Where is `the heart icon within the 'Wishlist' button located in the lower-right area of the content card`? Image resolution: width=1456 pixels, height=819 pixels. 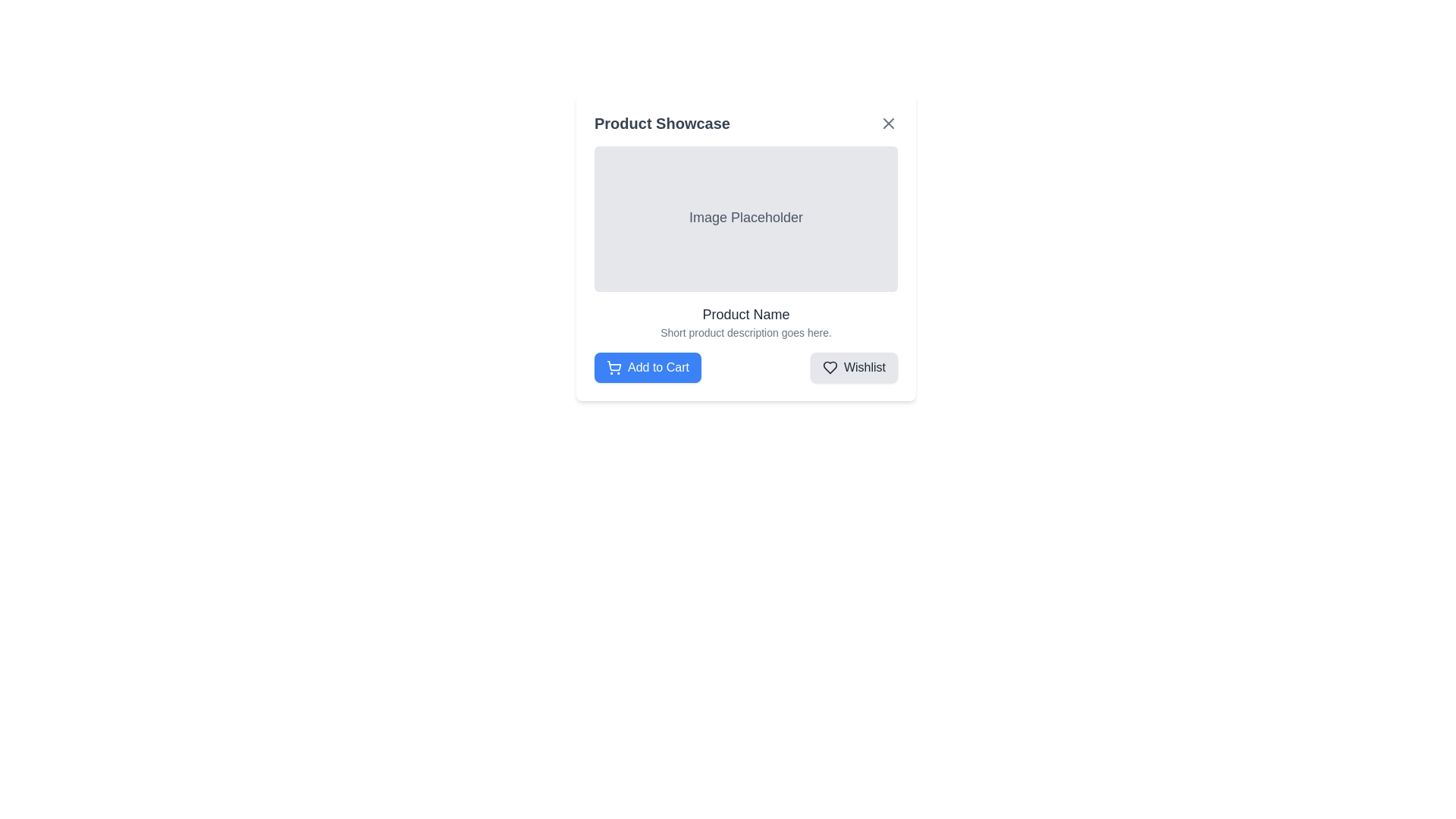
the heart icon within the 'Wishlist' button located in the lower-right area of the content card is located at coordinates (829, 368).